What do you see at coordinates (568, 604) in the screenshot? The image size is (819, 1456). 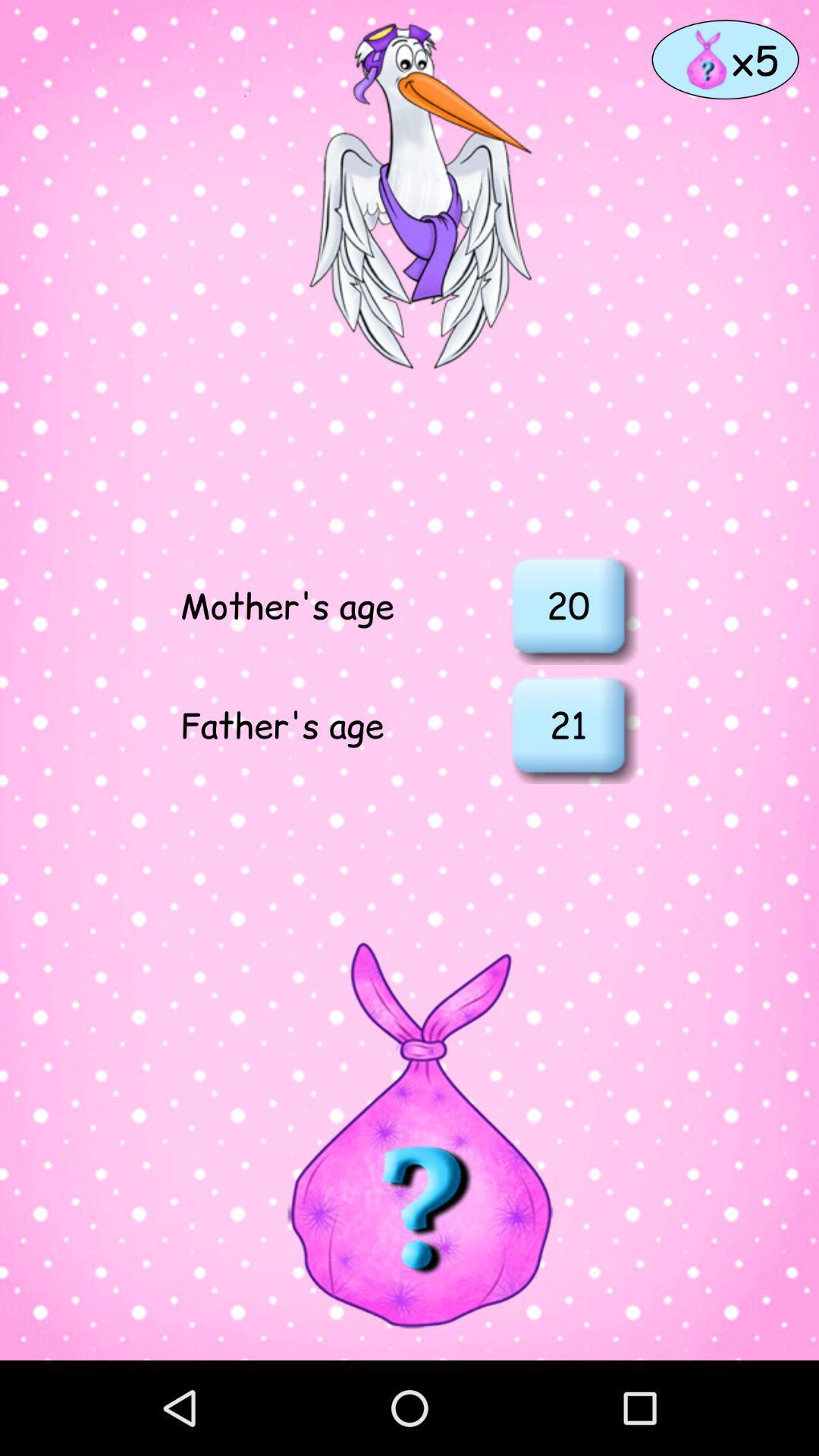 I see `item above the 21 icon` at bounding box center [568, 604].